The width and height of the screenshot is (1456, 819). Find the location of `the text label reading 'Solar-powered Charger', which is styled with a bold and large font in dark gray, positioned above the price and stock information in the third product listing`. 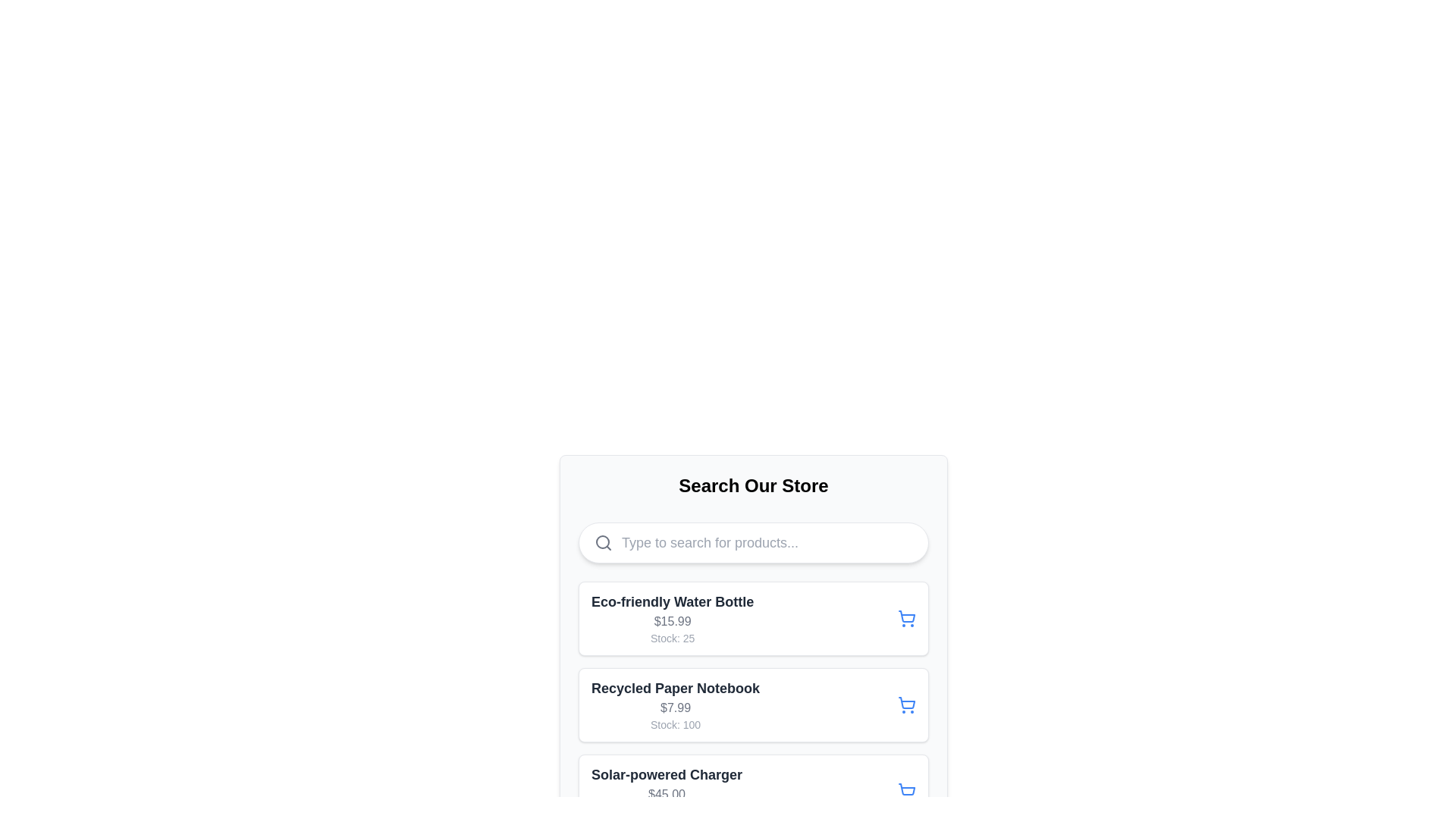

the text label reading 'Solar-powered Charger', which is styled with a bold and large font in dark gray, positioned above the price and stock information in the third product listing is located at coordinates (667, 775).